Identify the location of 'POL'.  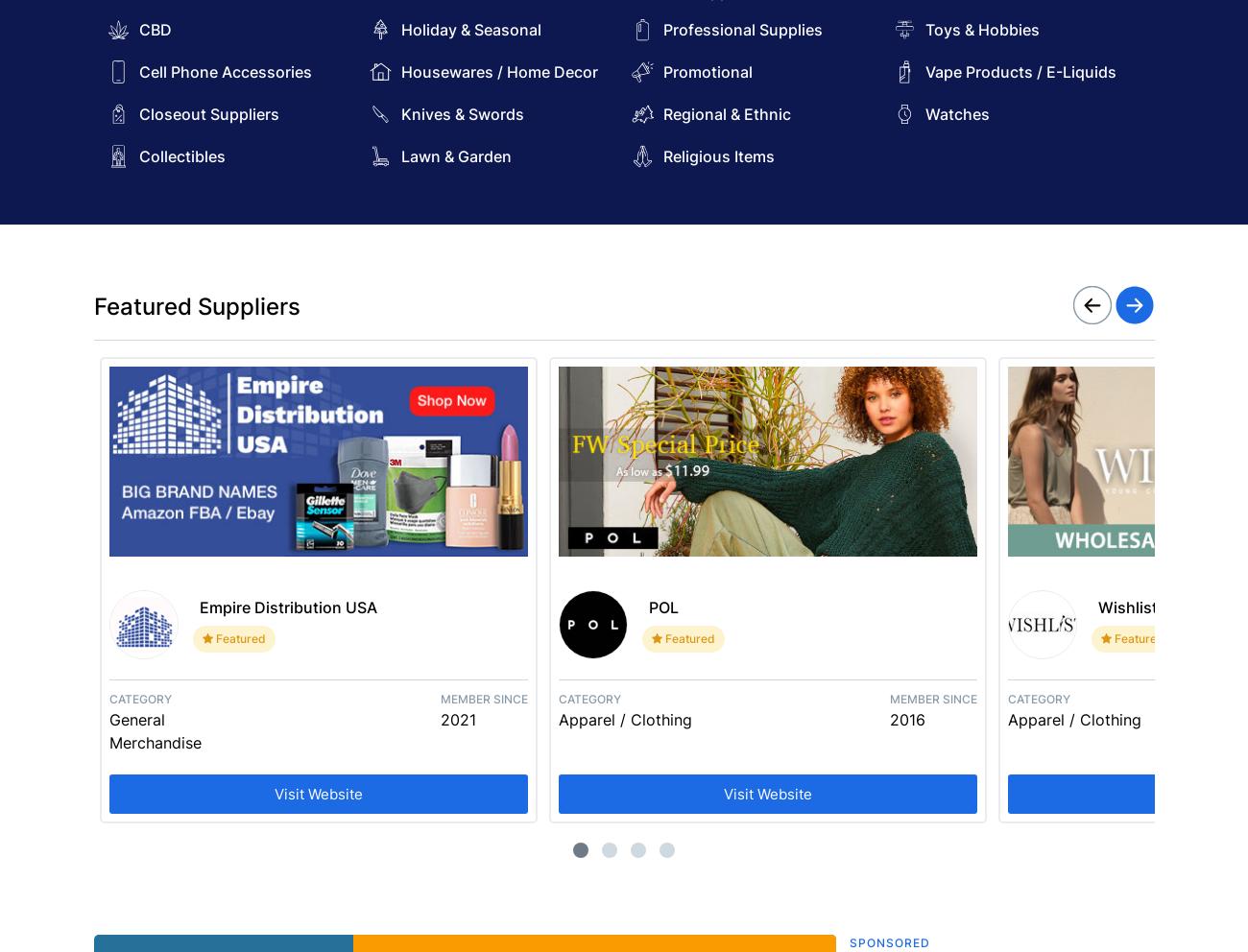
(646, 607).